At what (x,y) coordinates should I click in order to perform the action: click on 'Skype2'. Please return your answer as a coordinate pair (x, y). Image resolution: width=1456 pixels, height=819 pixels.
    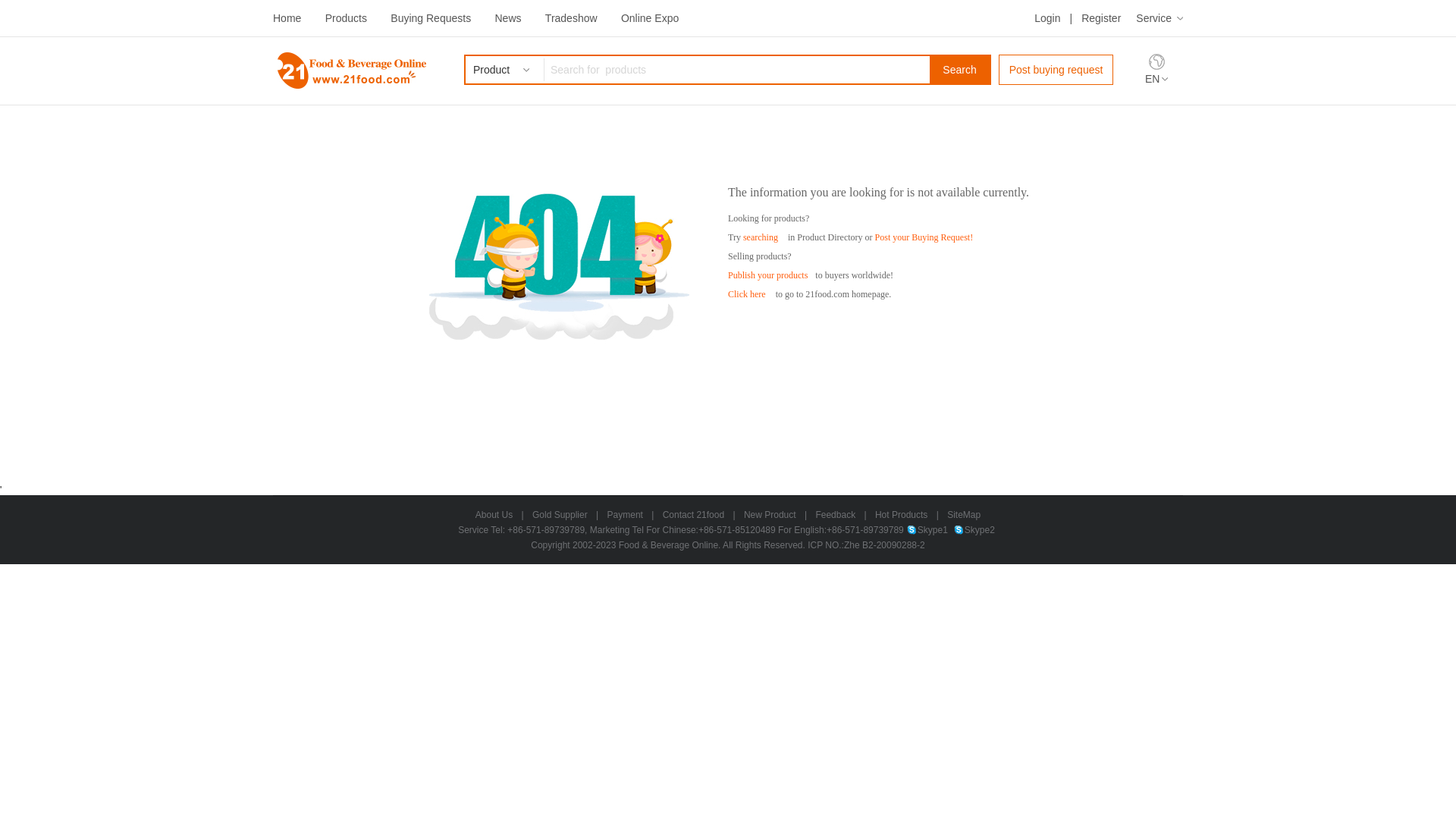
    Looking at the image, I should click on (974, 529).